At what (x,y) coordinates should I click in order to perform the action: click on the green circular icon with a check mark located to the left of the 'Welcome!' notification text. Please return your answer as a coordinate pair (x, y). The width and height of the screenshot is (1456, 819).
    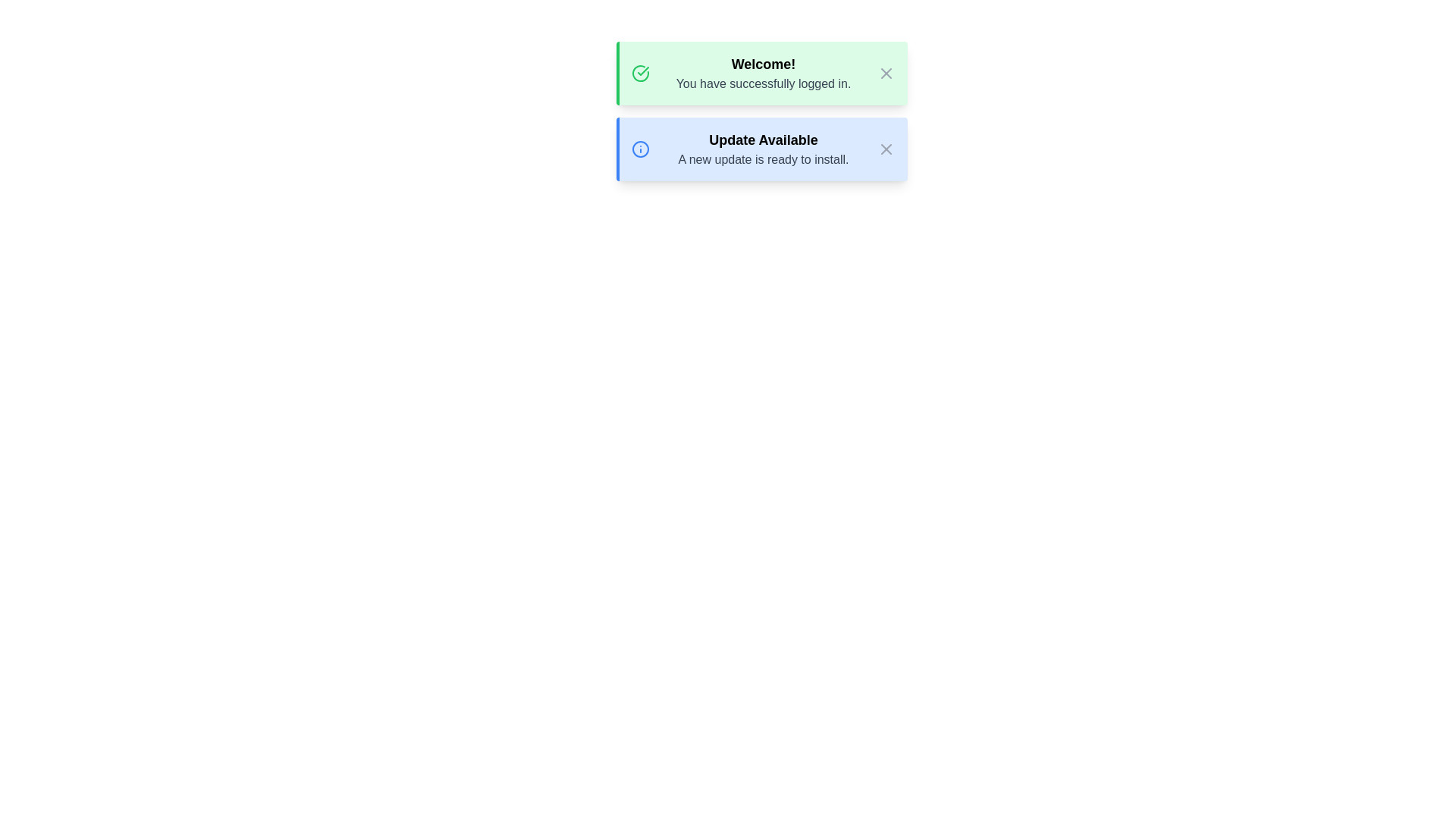
    Looking at the image, I should click on (640, 73).